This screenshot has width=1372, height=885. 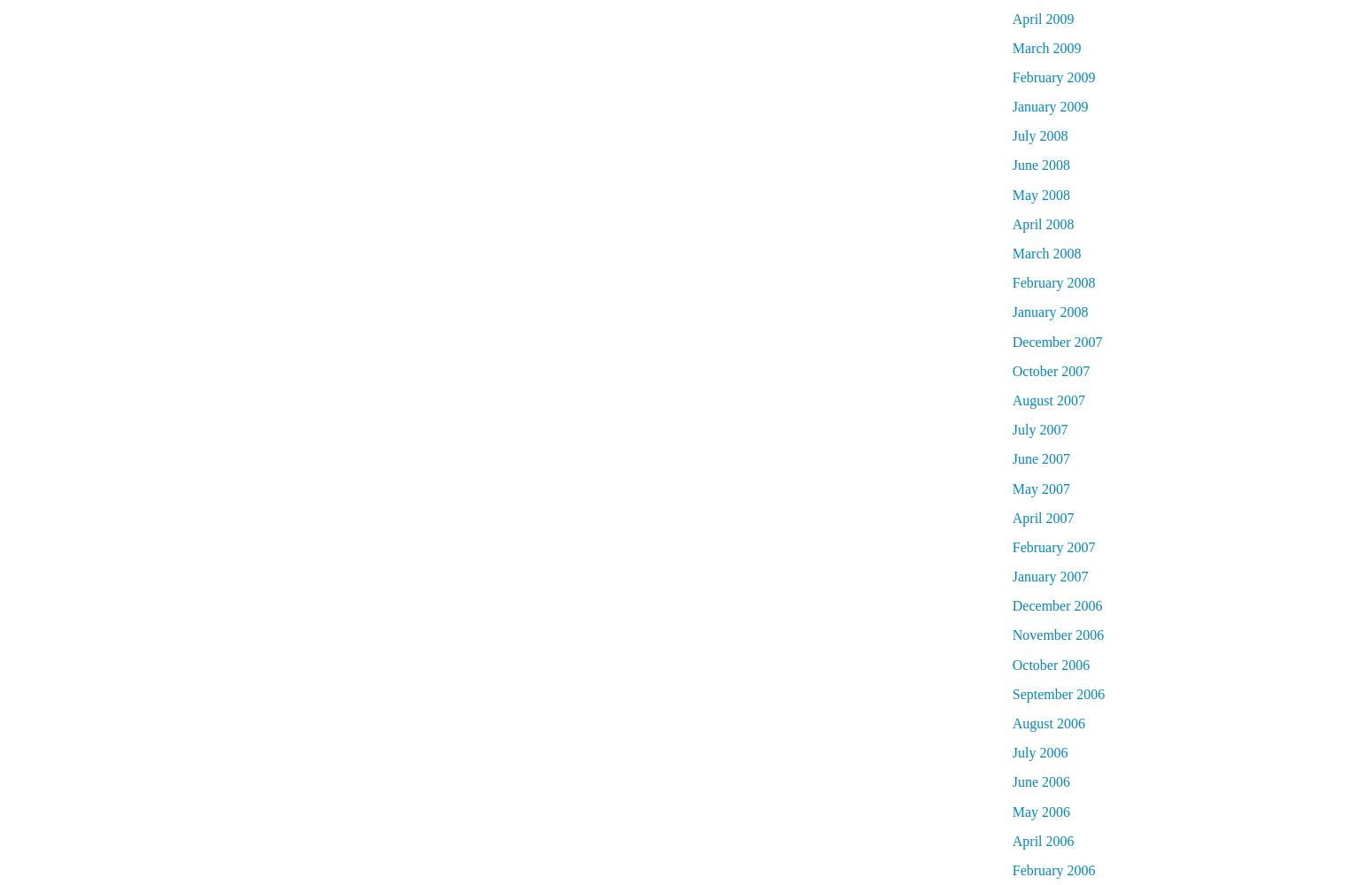 What do you see at coordinates (1043, 516) in the screenshot?
I see `'April 2007'` at bounding box center [1043, 516].